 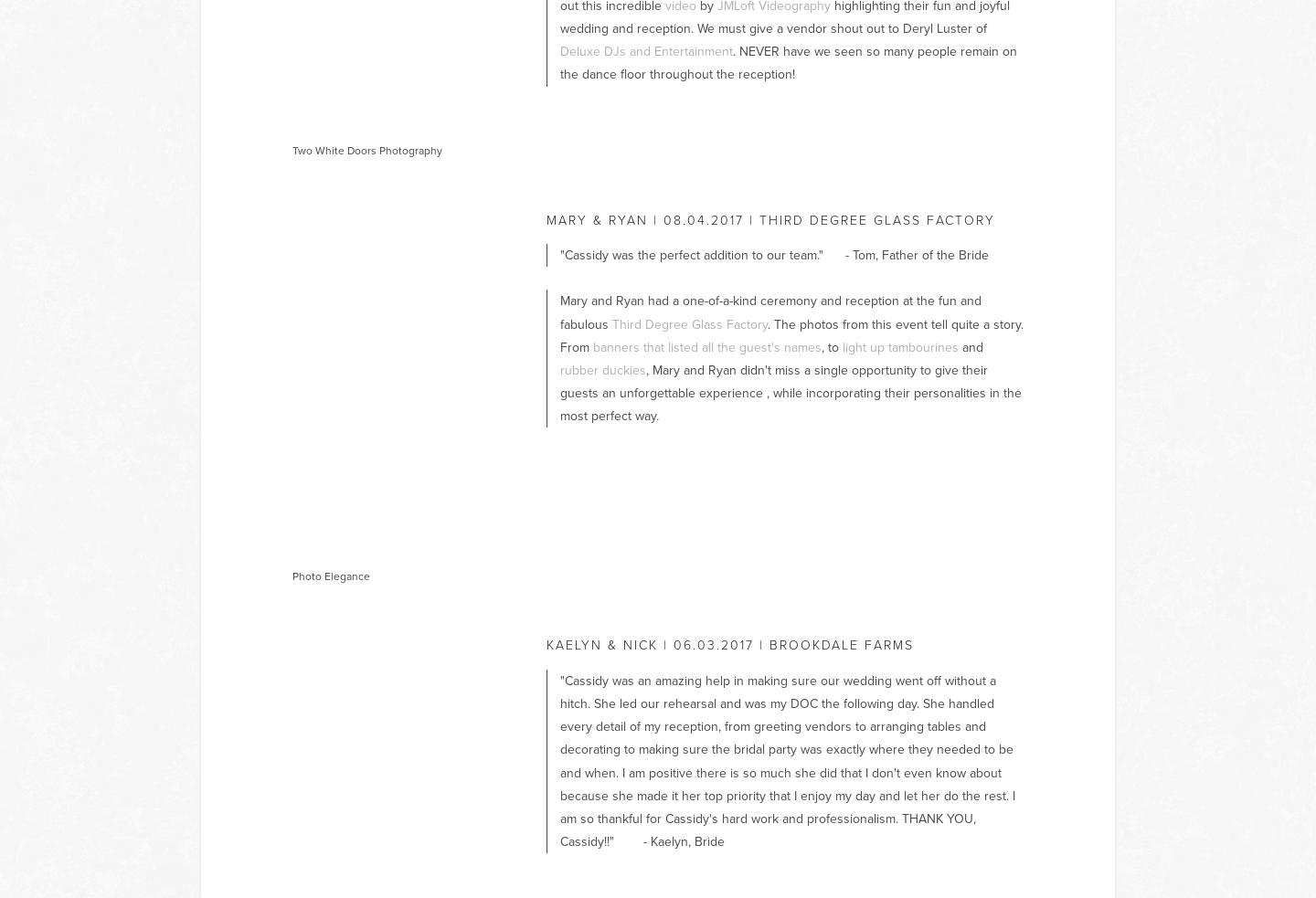 What do you see at coordinates (769, 219) in the screenshot?
I see `'mary & ryan | 08.04.2017 | Third Degree Glass Factory'` at bounding box center [769, 219].